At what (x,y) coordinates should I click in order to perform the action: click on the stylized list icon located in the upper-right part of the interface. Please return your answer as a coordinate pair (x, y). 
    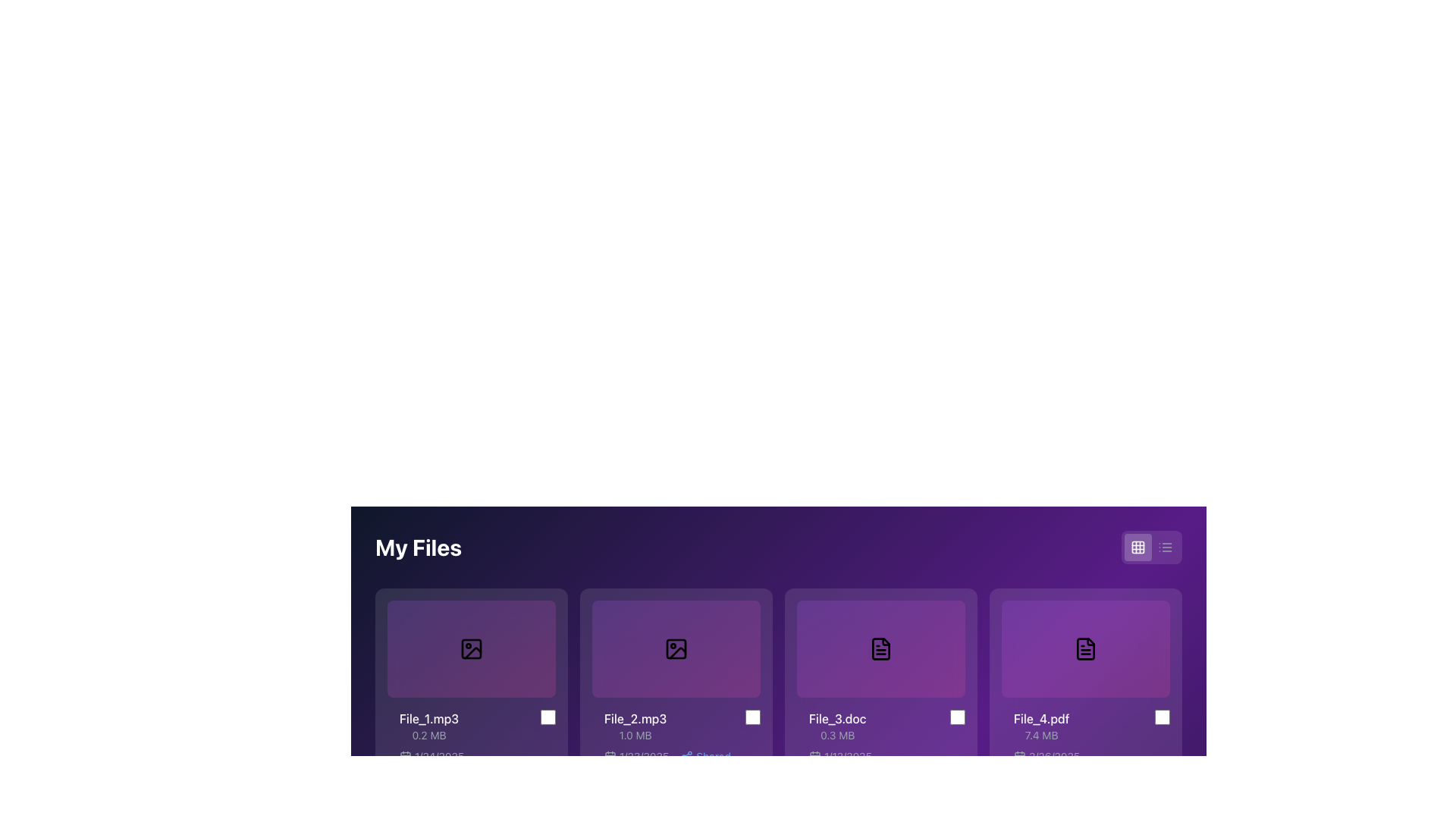
    Looking at the image, I should click on (1164, 547).